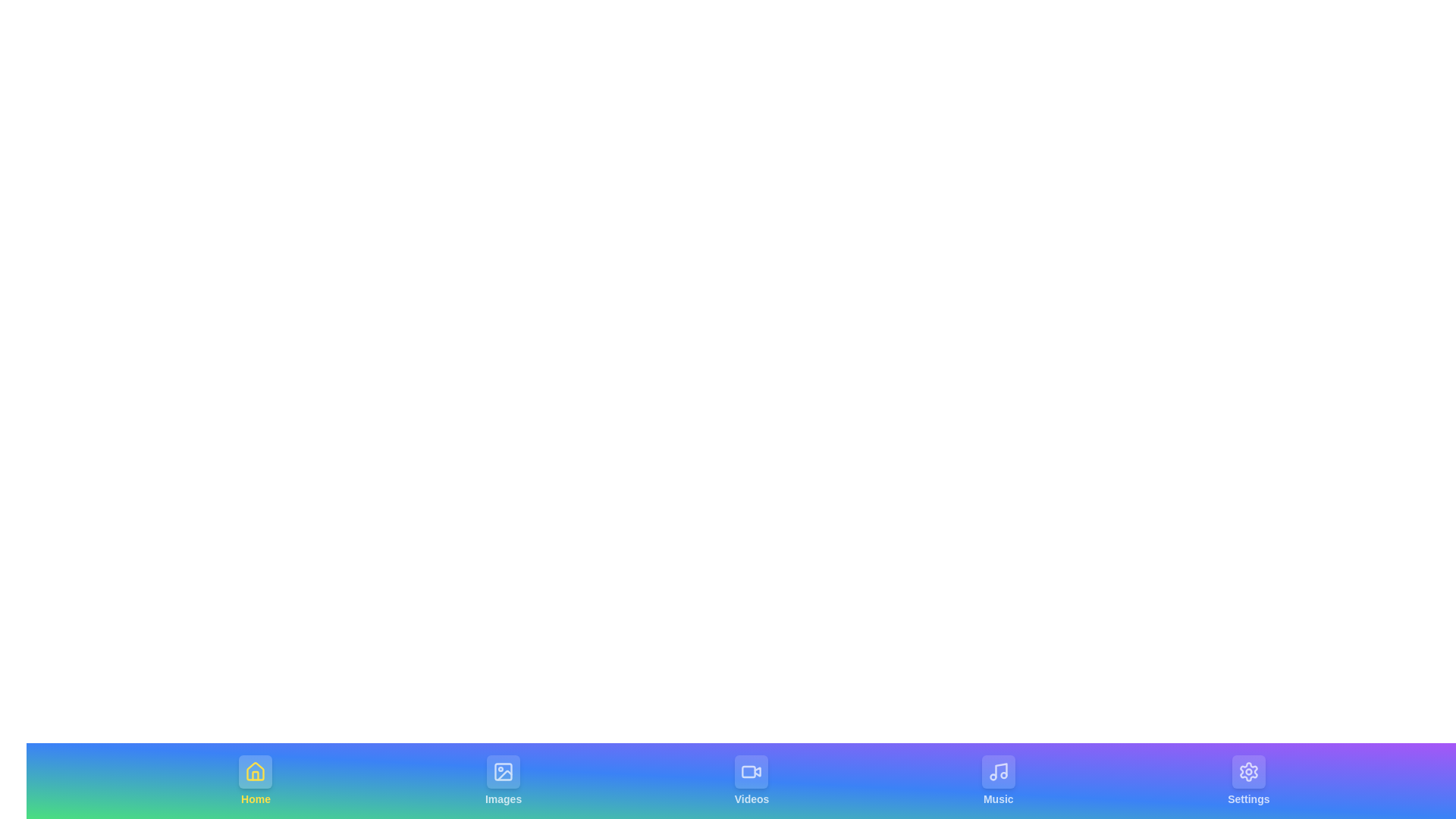  Describe the element at coordinates (1248, 780) in the screenshot. I see `the tab labeled Settings by clicking on its center` at that location.